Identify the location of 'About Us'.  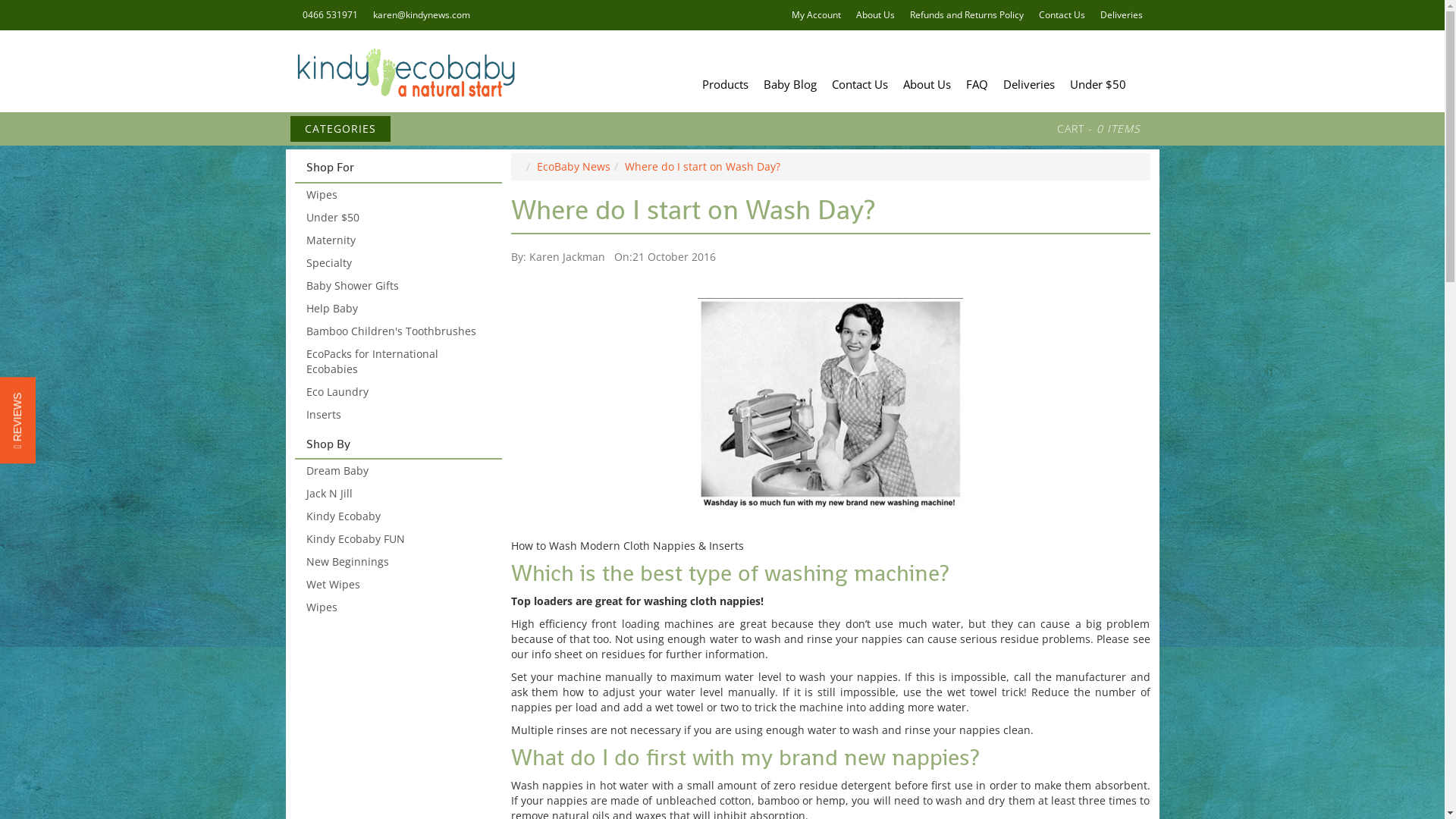
(874, 14).